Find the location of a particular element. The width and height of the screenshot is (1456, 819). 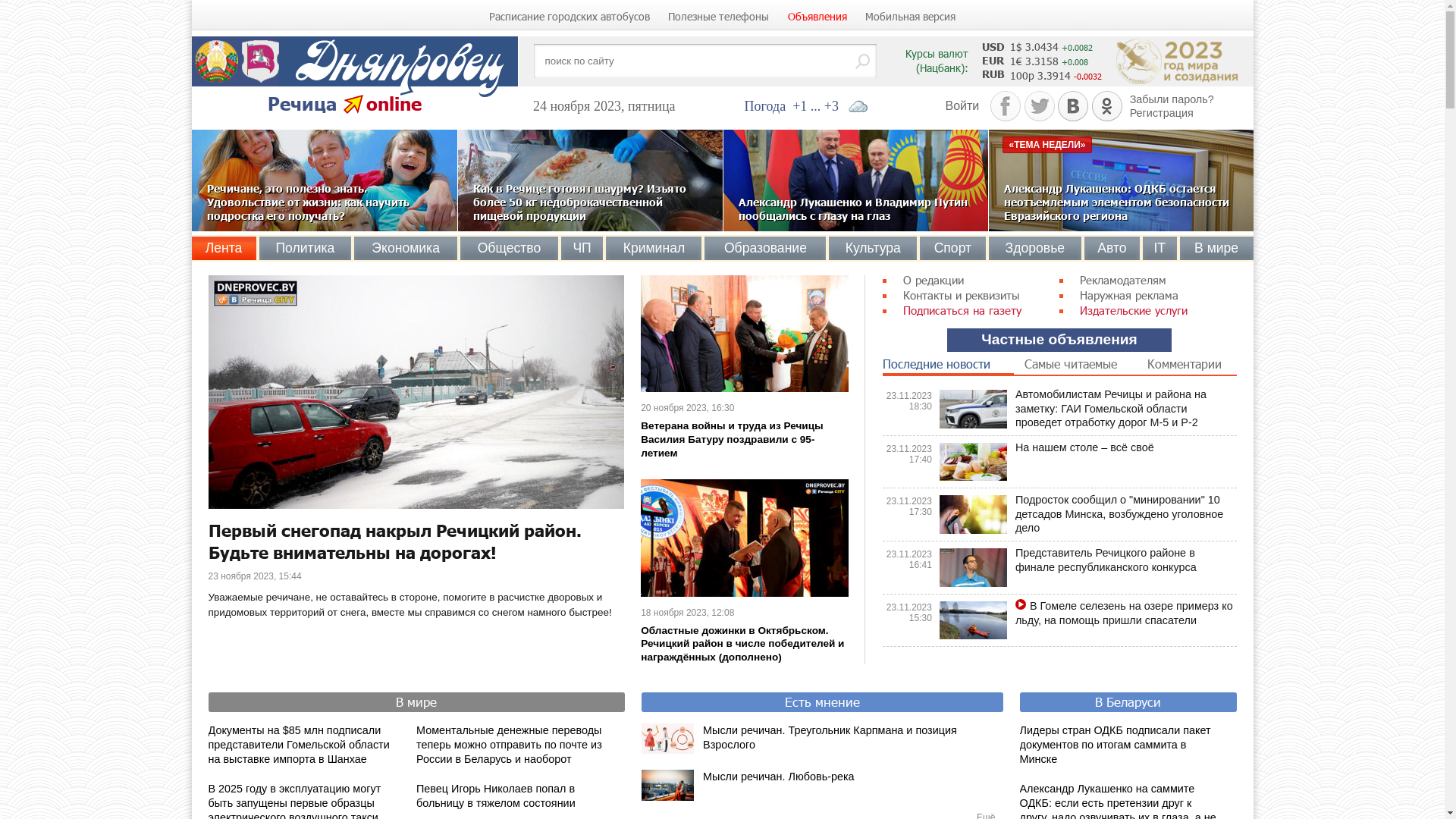

'IT' is located at coordinates (1159, 247).